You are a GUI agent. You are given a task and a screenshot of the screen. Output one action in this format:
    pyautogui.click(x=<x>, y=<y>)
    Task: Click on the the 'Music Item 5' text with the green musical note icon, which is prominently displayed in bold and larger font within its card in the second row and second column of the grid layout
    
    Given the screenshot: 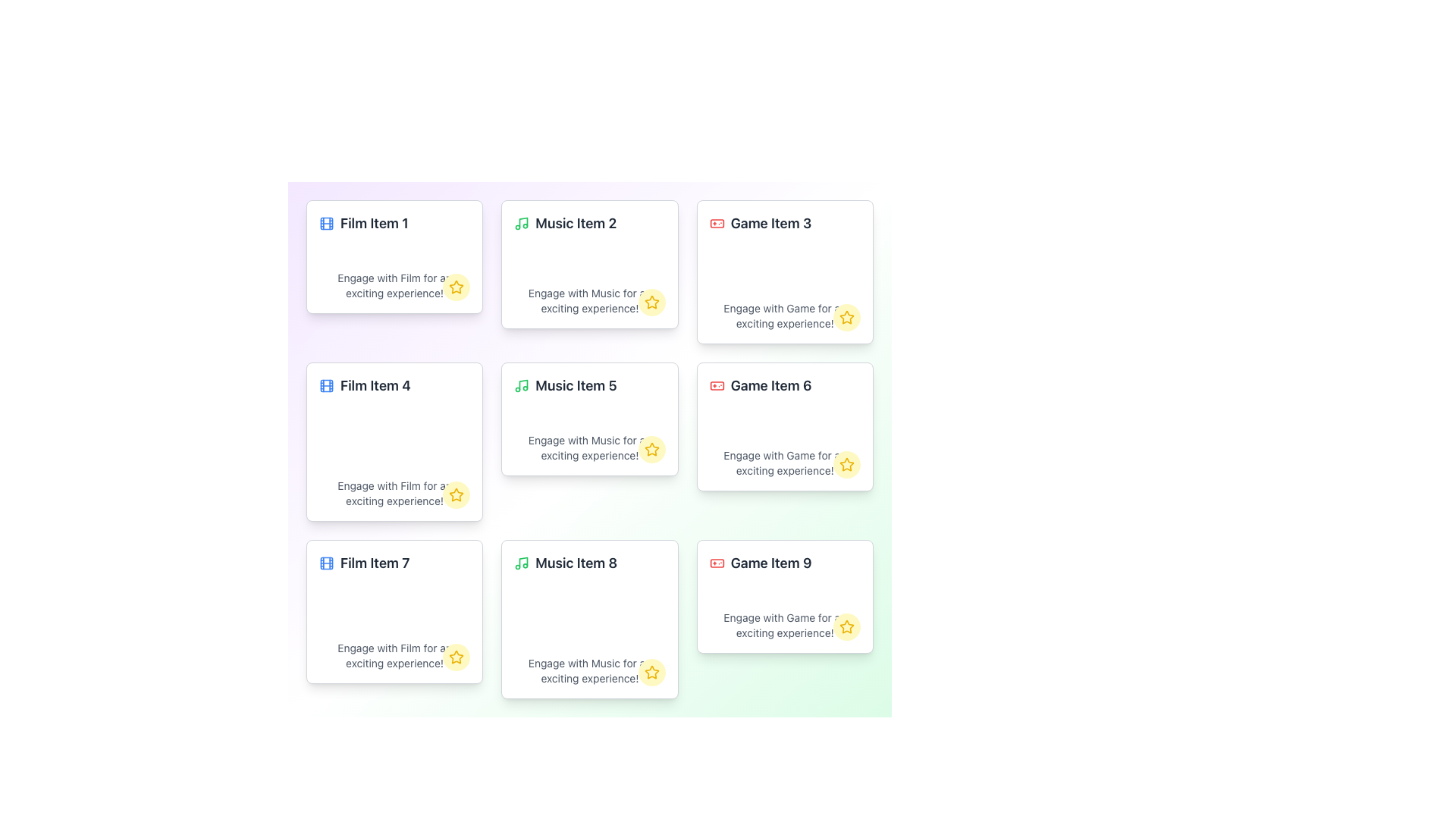 What is the action you would take?
    pyautogui.click(x=588, y=385)
    